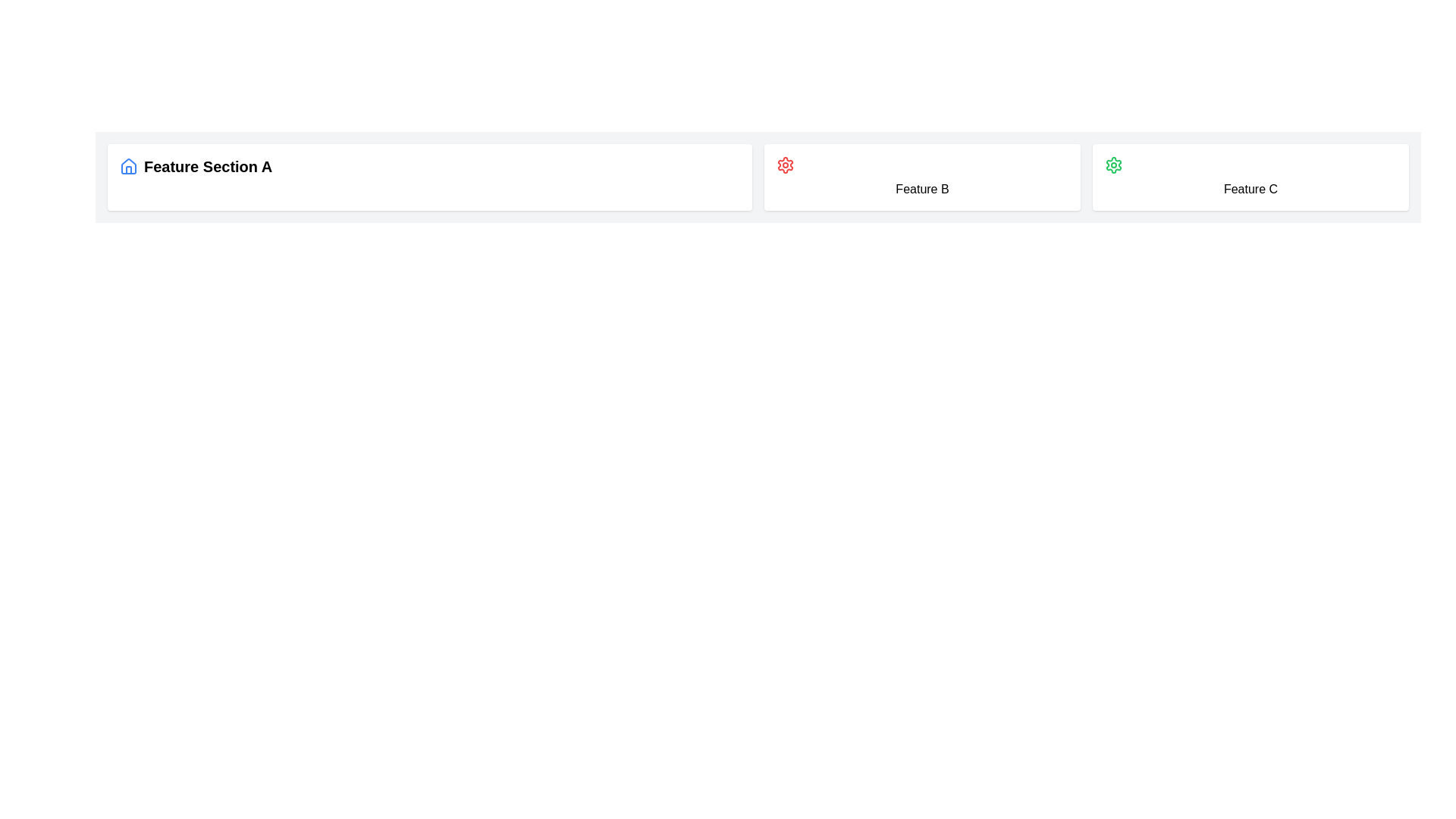 This screenshot has width=1456, height=819. Describe the element at coordinates (786, 165) in the screenshot. I see `the gear icon` at that location.